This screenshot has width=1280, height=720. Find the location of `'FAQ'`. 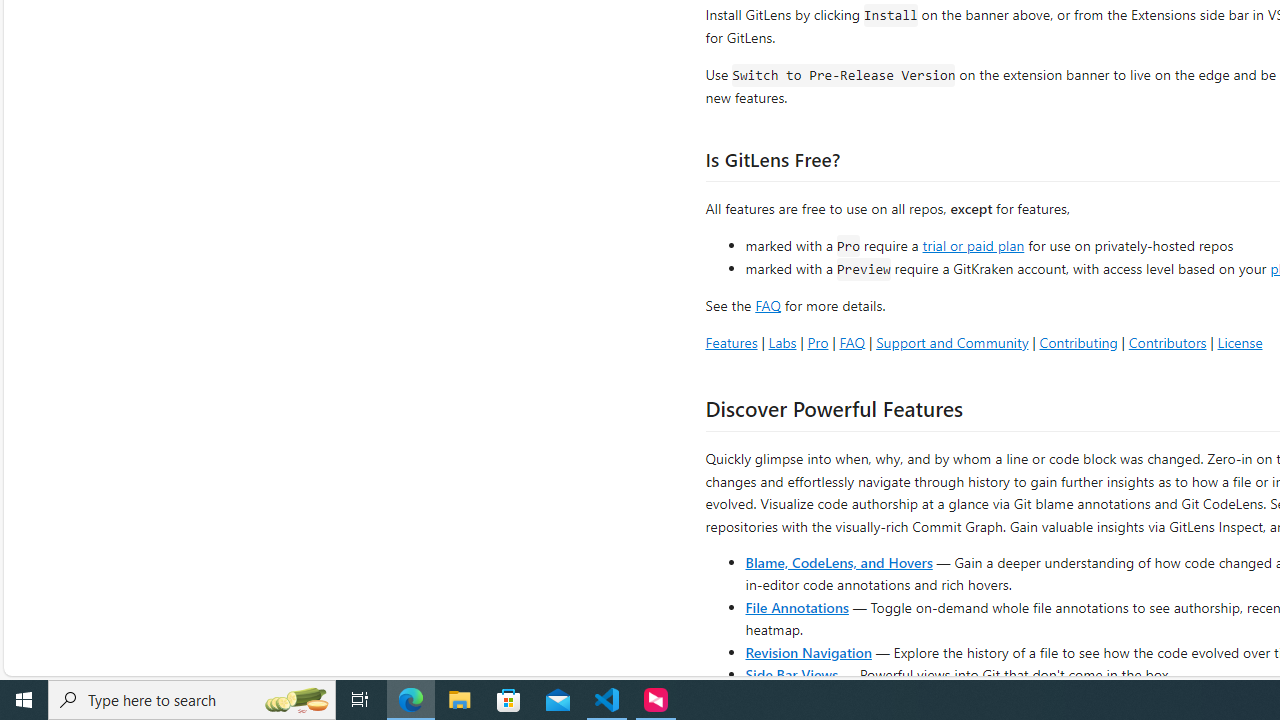

'FAQ' is located at coordinates (852, 341).